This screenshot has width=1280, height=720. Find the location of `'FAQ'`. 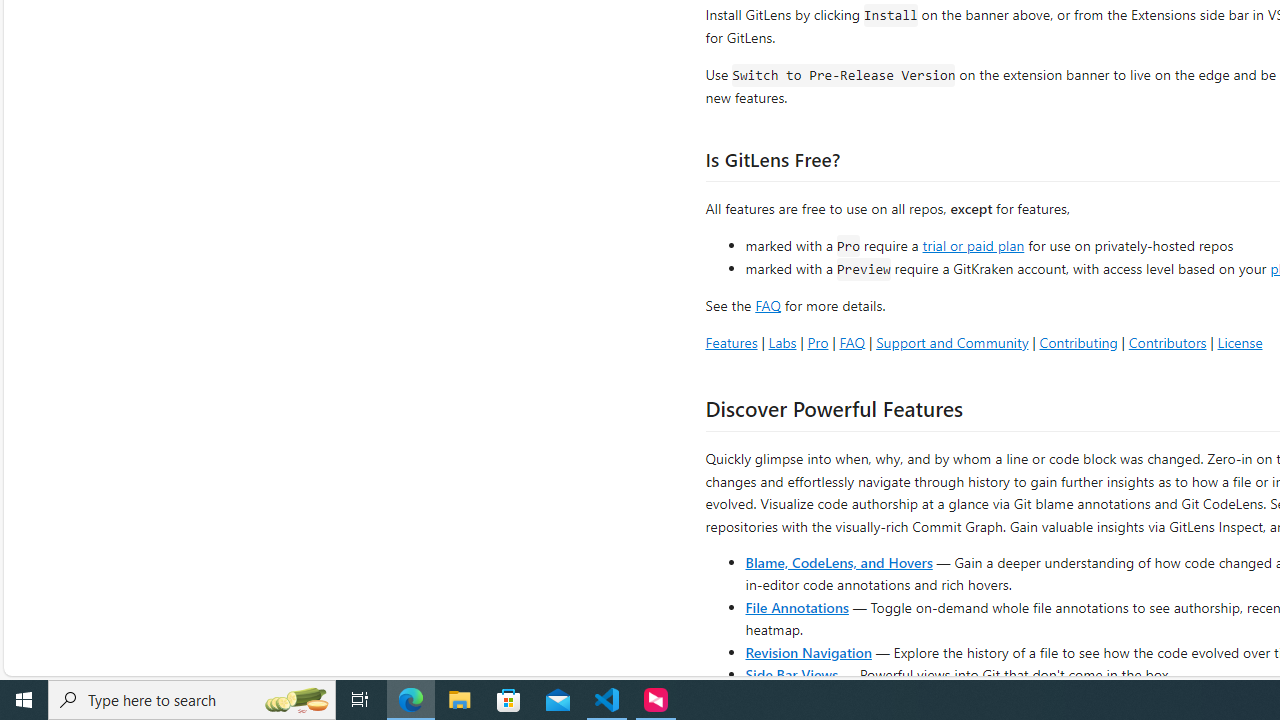

'FAQ' is located at coordinates (852, 341).